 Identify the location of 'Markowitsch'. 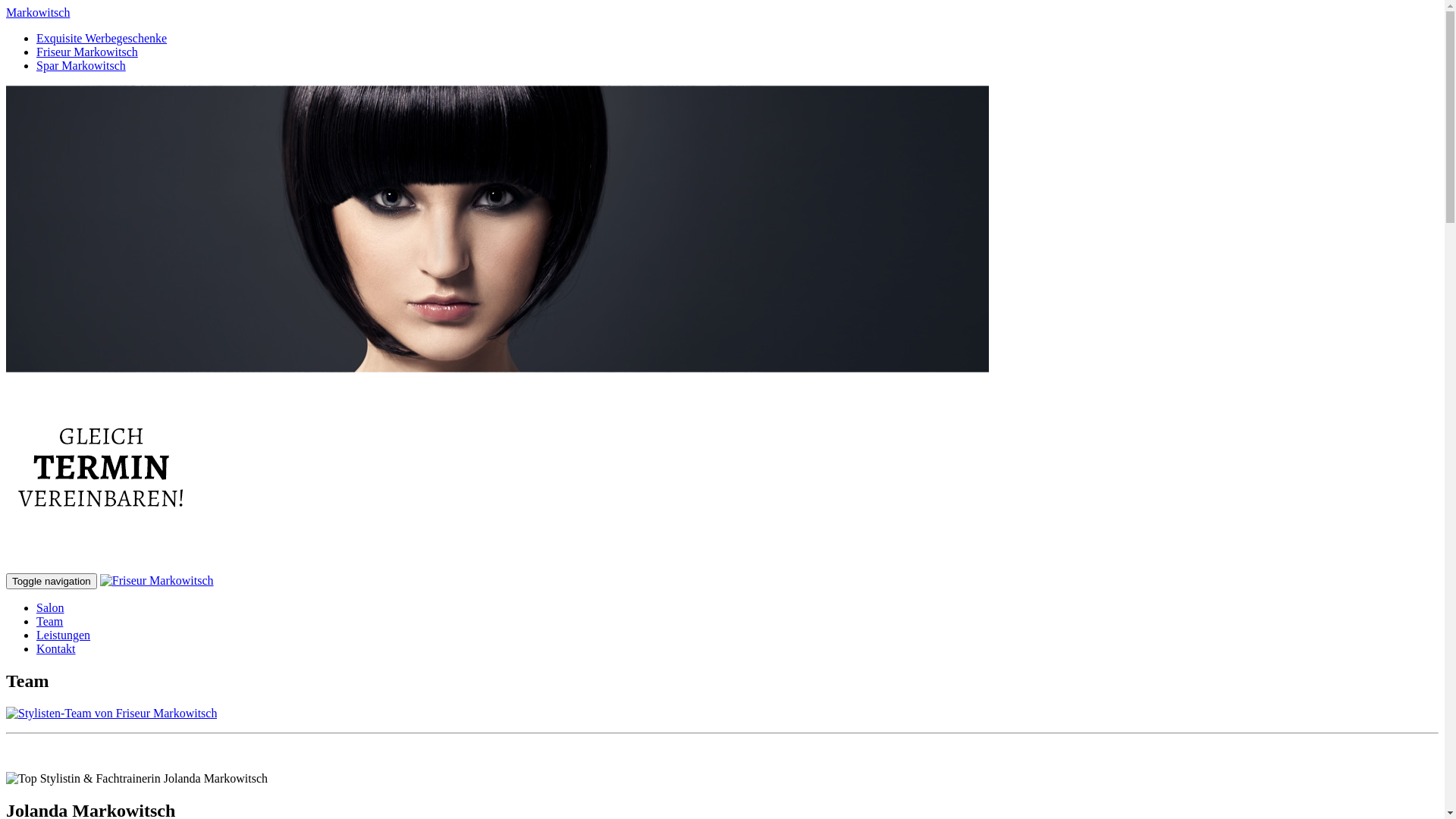
(37, 12).